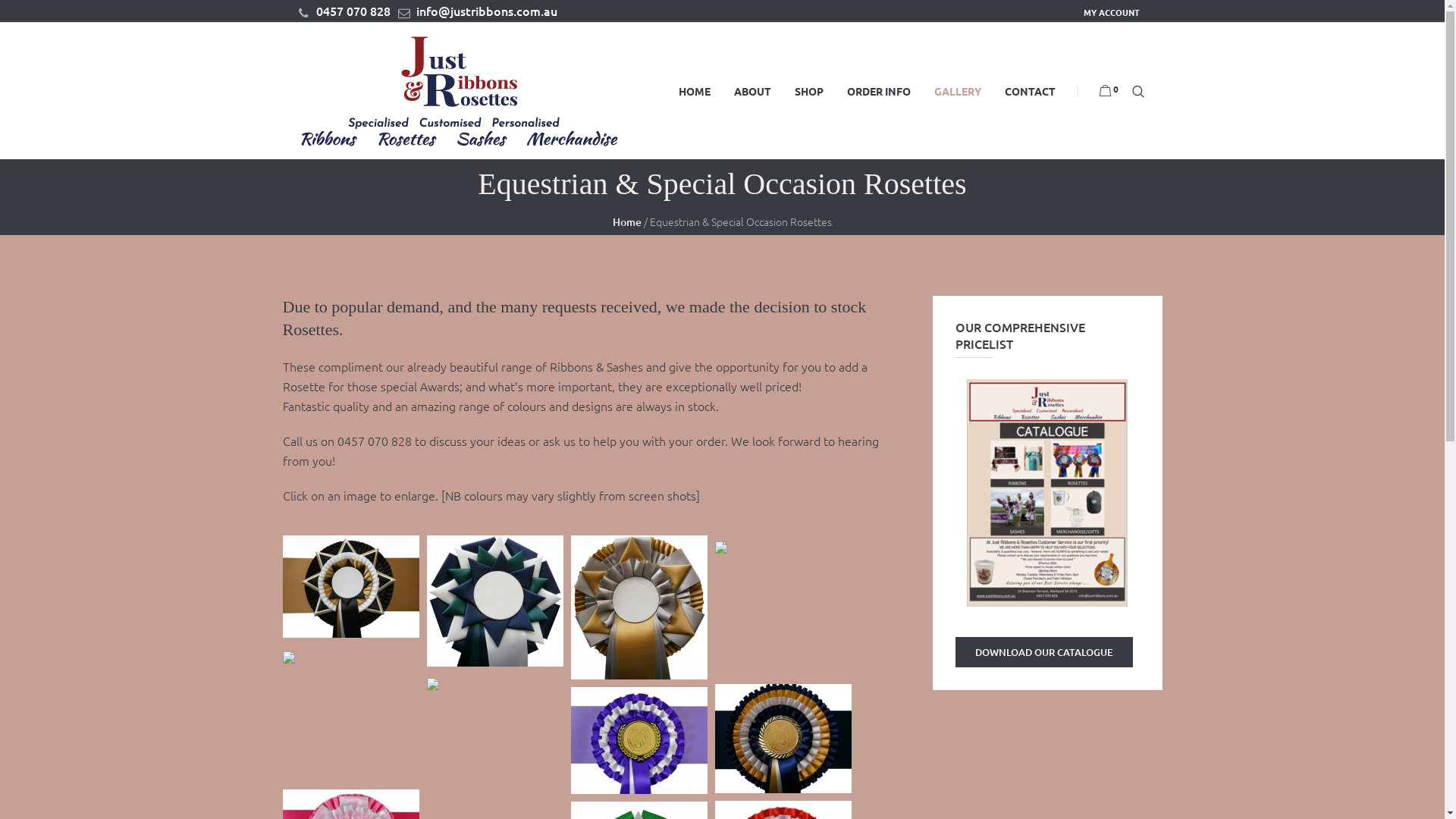 The height and width of the screenshot is (819, 1456). I want to click on 'HOME', so click(694, 90).